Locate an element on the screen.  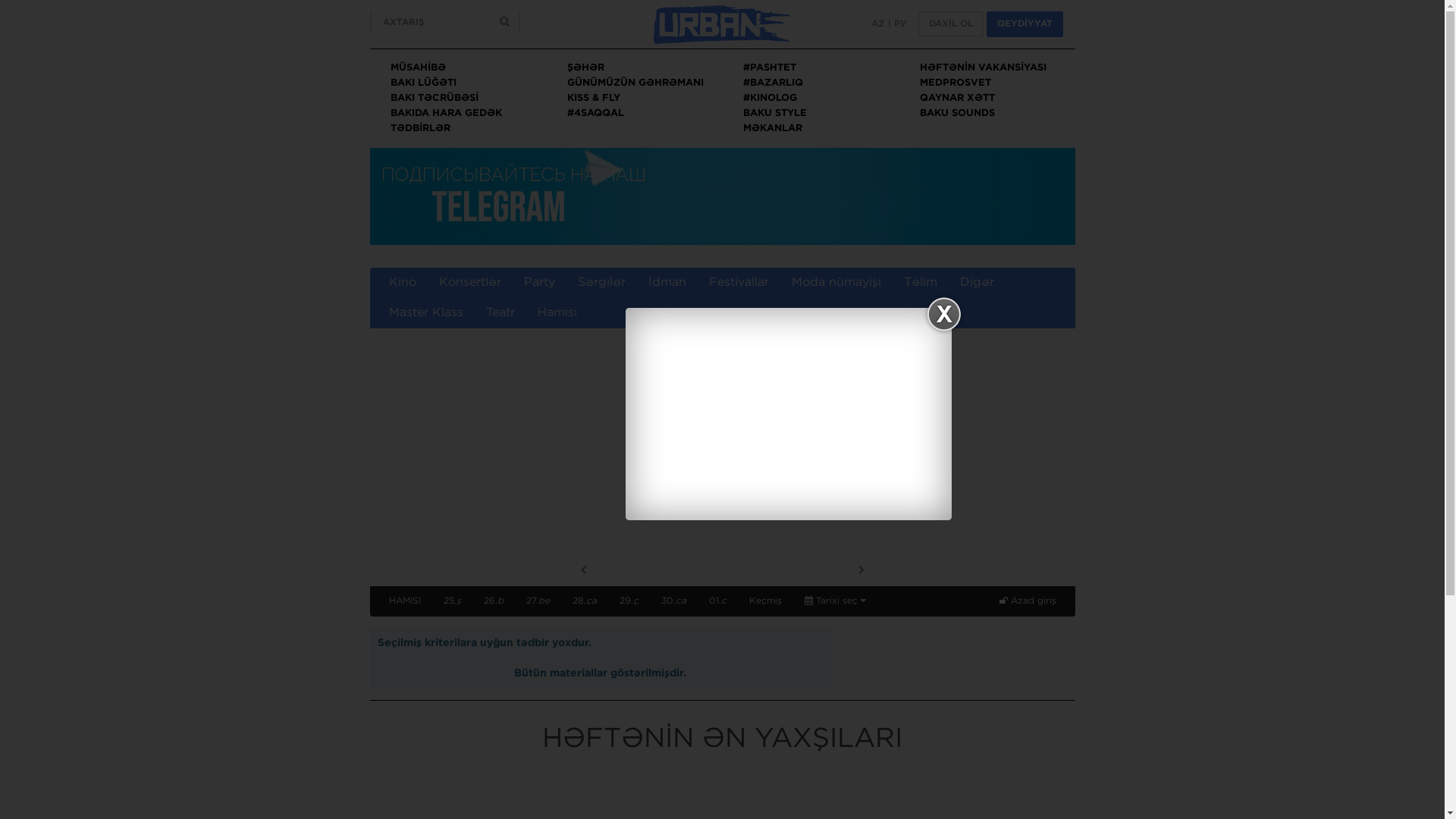
'#BAZARLIQ' is located at coordinates (773, 83).